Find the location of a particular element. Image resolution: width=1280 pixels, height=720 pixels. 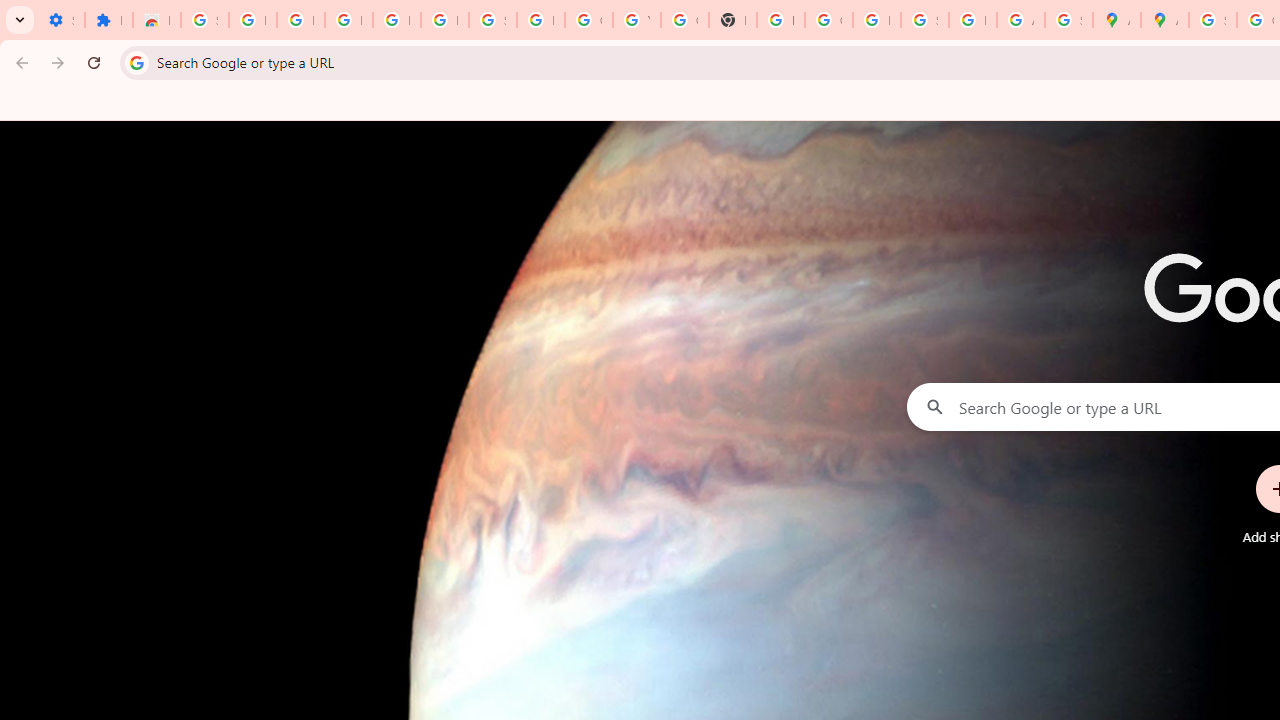

'Reload' is located at coordinates (93, 61).